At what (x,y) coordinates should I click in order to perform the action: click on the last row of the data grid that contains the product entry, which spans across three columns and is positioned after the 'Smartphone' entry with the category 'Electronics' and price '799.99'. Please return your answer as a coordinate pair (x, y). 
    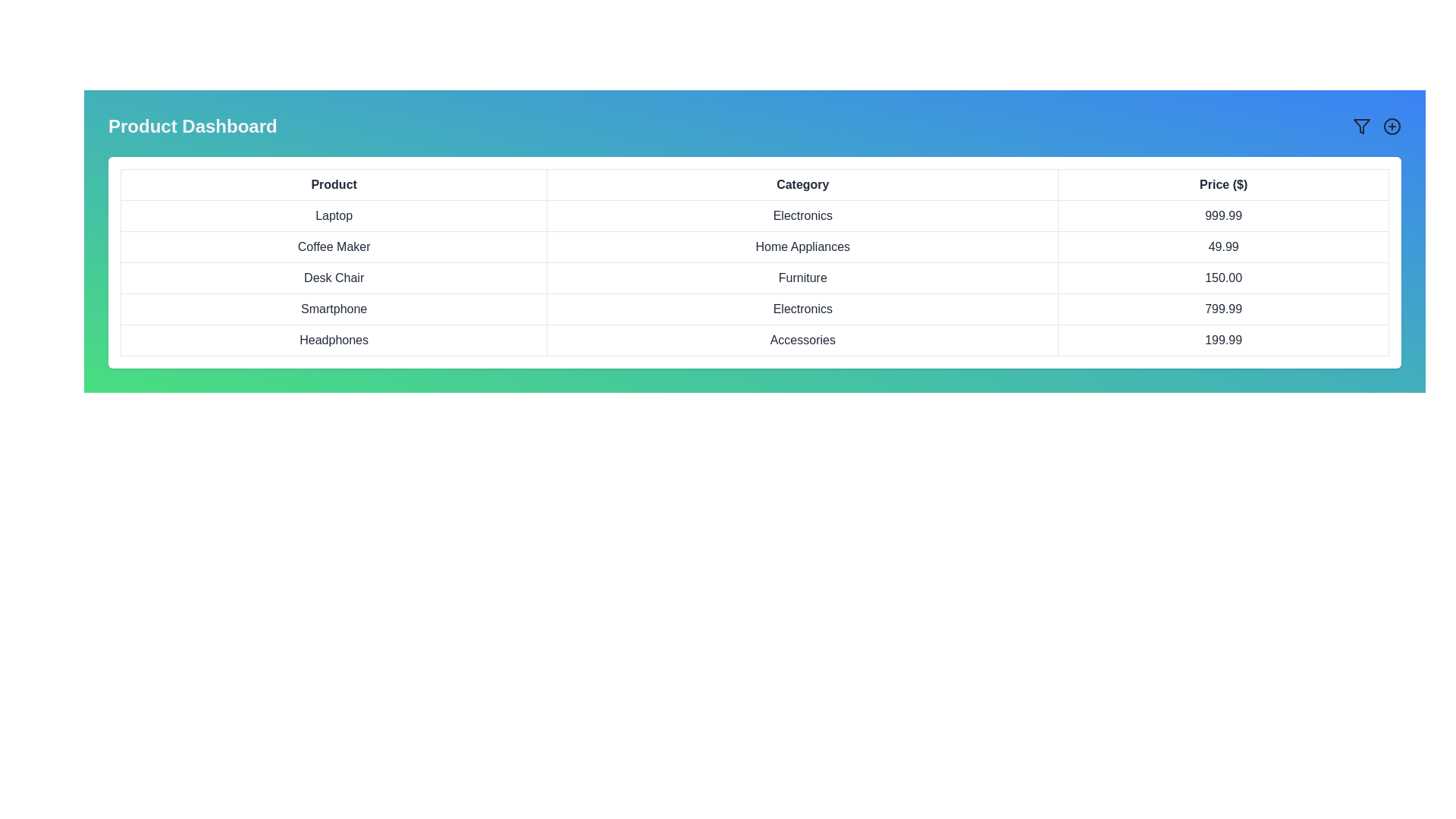
    Looking at the image, I should click on (755, 339).